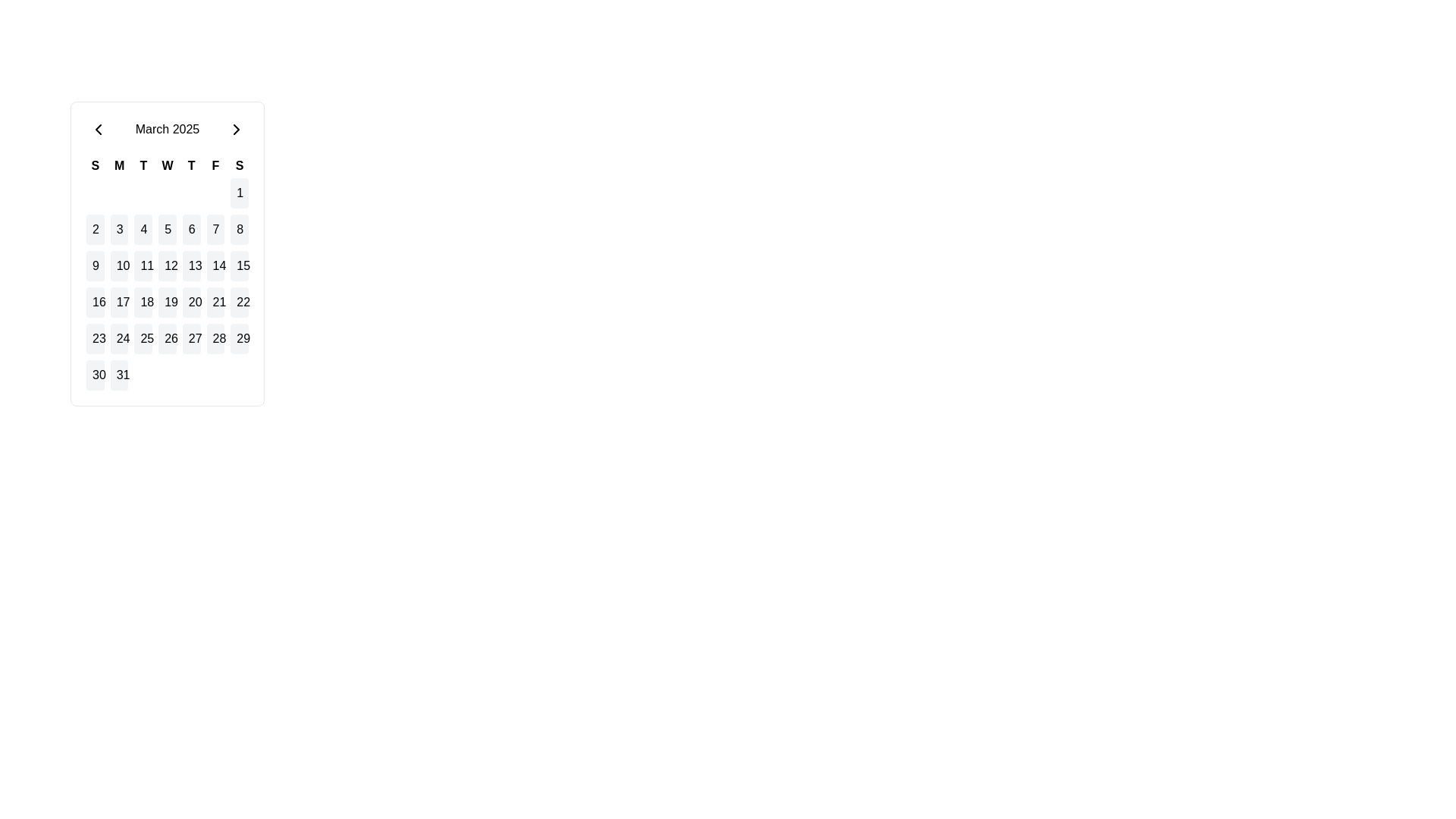 This screenshot has height=819, width=1456. I want to click on the interactive calendar day button for the 9th day of the month, located in the second week of the Sunday column, so click(94, 265).